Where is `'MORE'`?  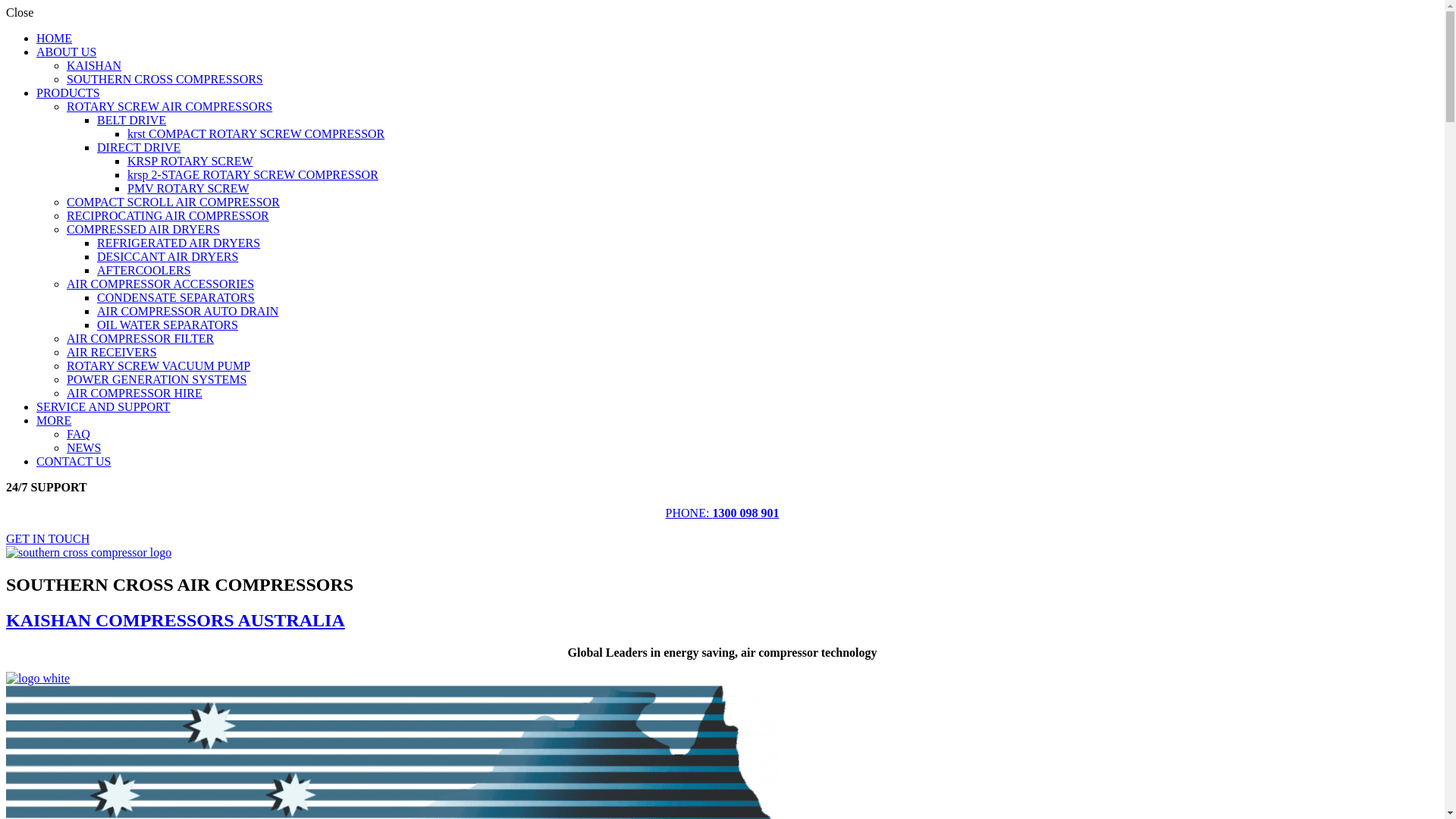
'MORE' is located at coordinates (54, 420).